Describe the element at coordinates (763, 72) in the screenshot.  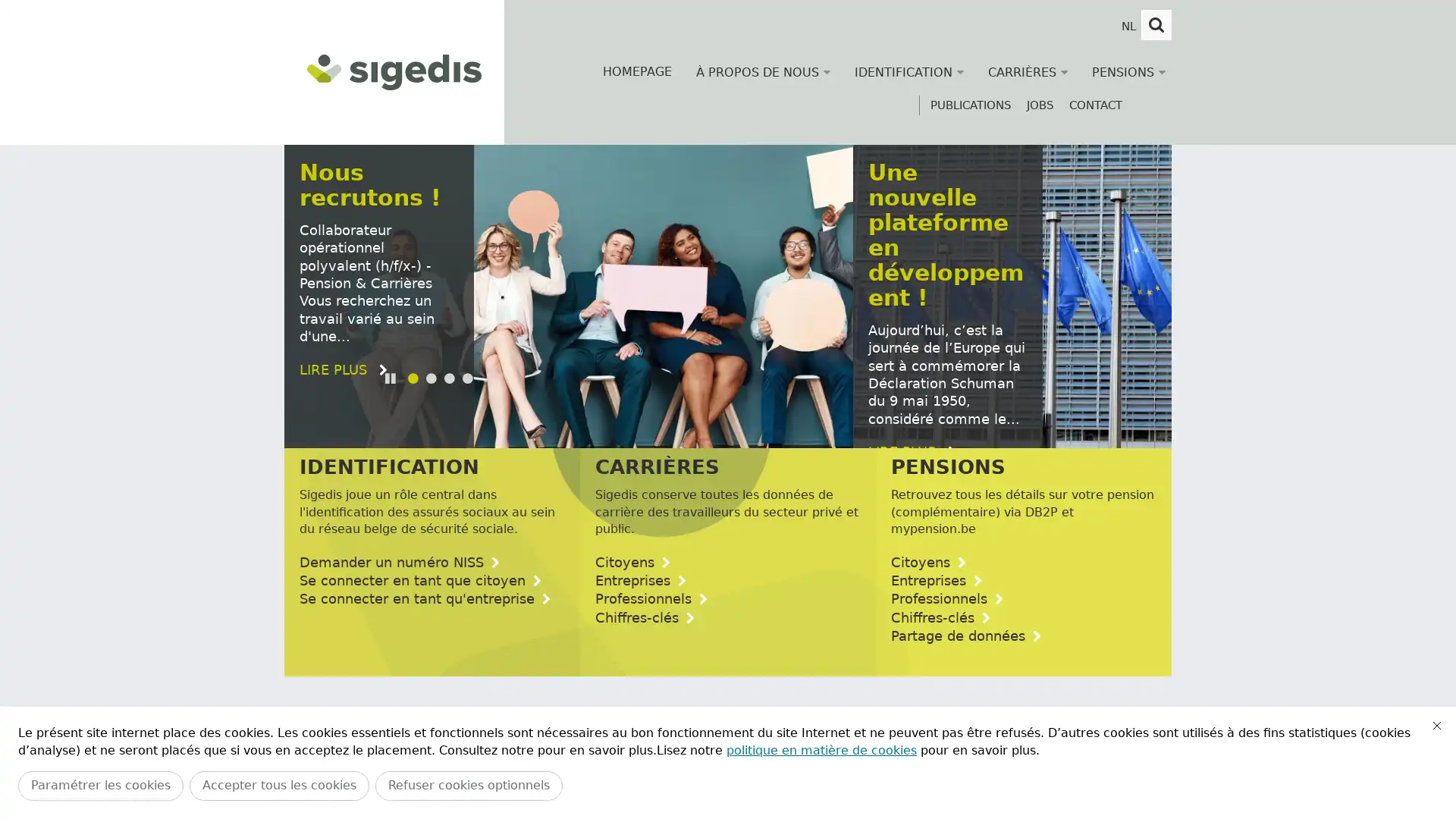
I see `A PROPOS DE NOUS` at that location.